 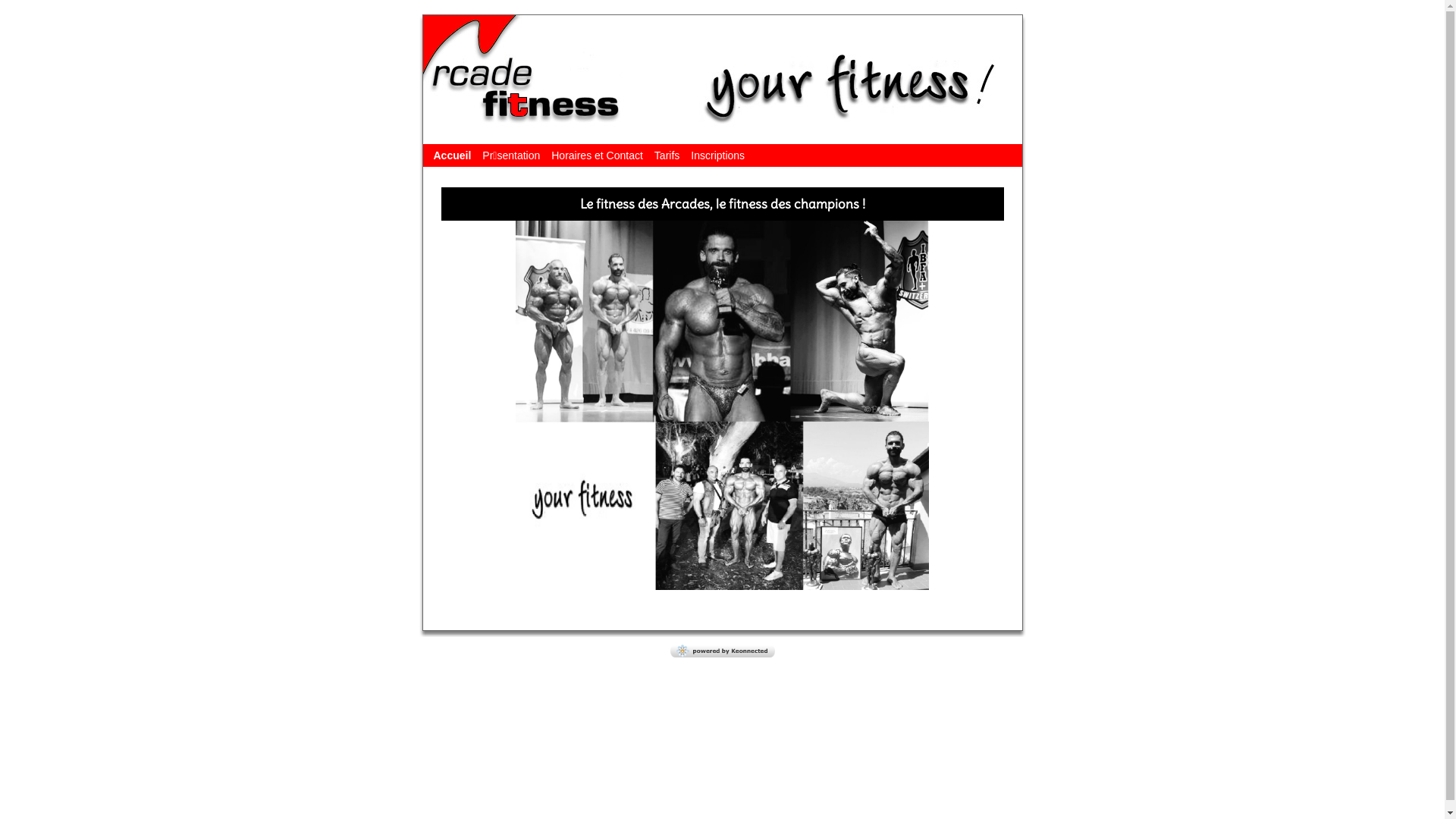 What do you see at coordinates (717, 155) in the screenshot?
I see `'Inscriptions'` at bounding box center [717, 155].